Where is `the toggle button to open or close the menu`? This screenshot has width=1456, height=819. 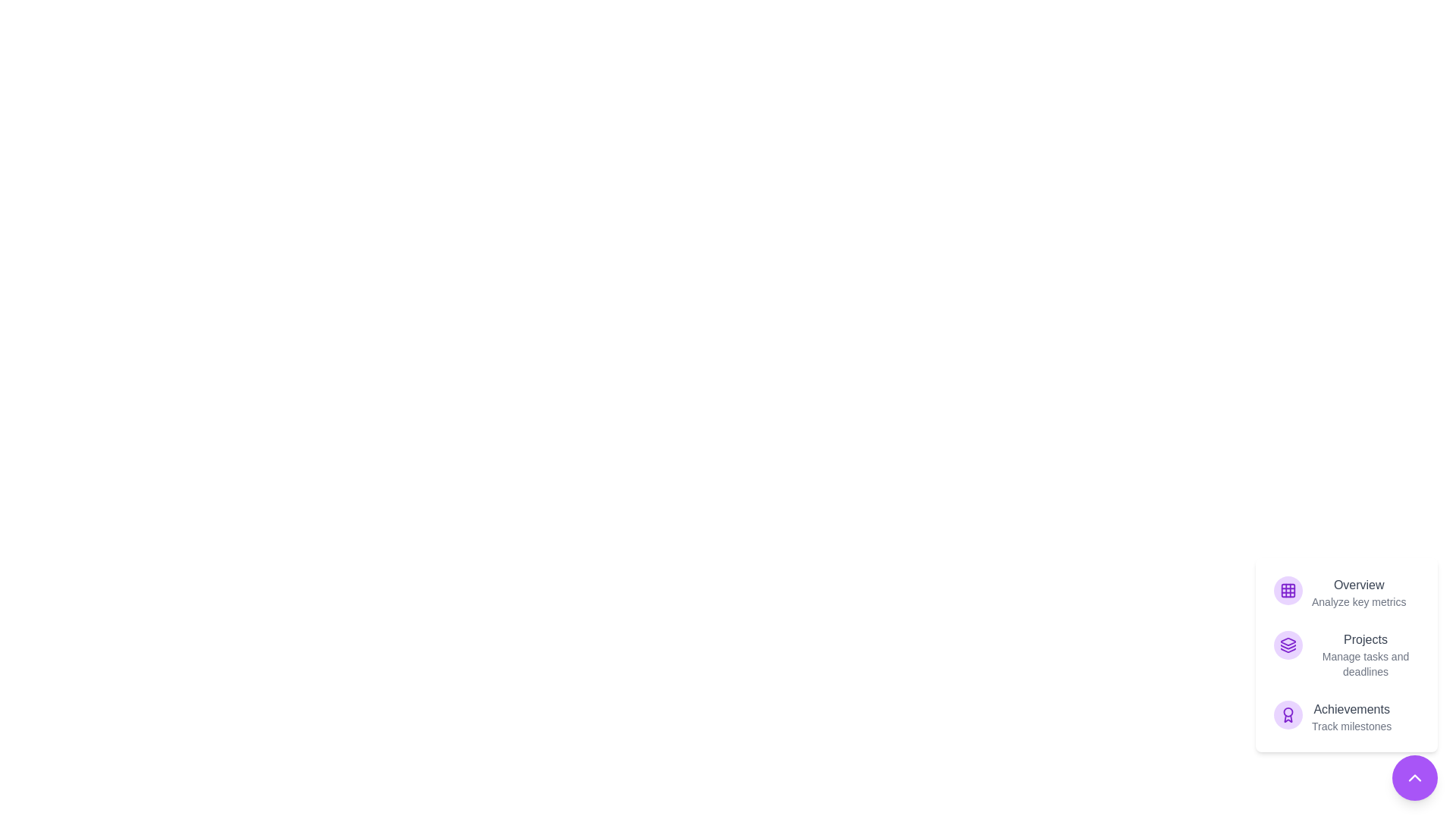 the toggle button to open or close the menu is located at coordinates (1414, 778).